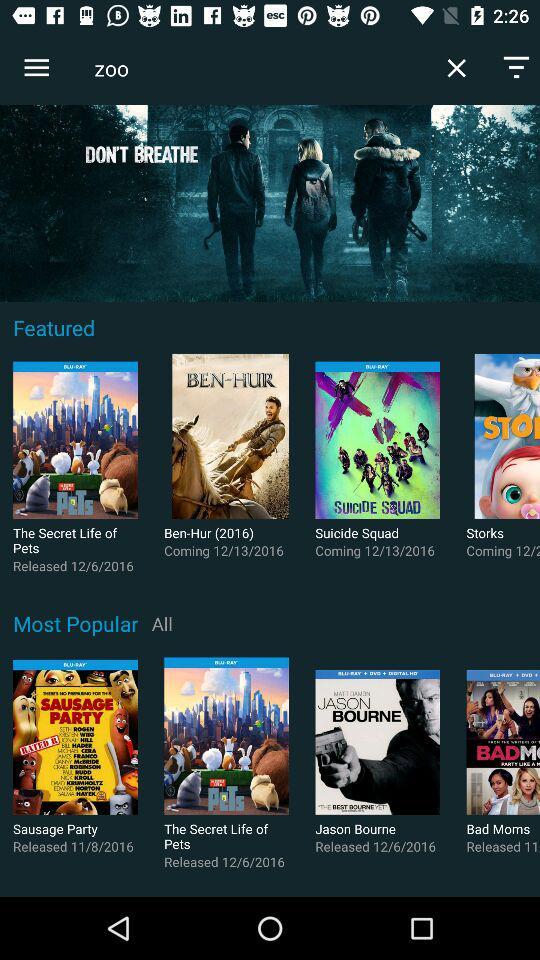 This screenshot has height=960, width=540. I want to click on item to the right of the zoo icon, so click(456, 68).